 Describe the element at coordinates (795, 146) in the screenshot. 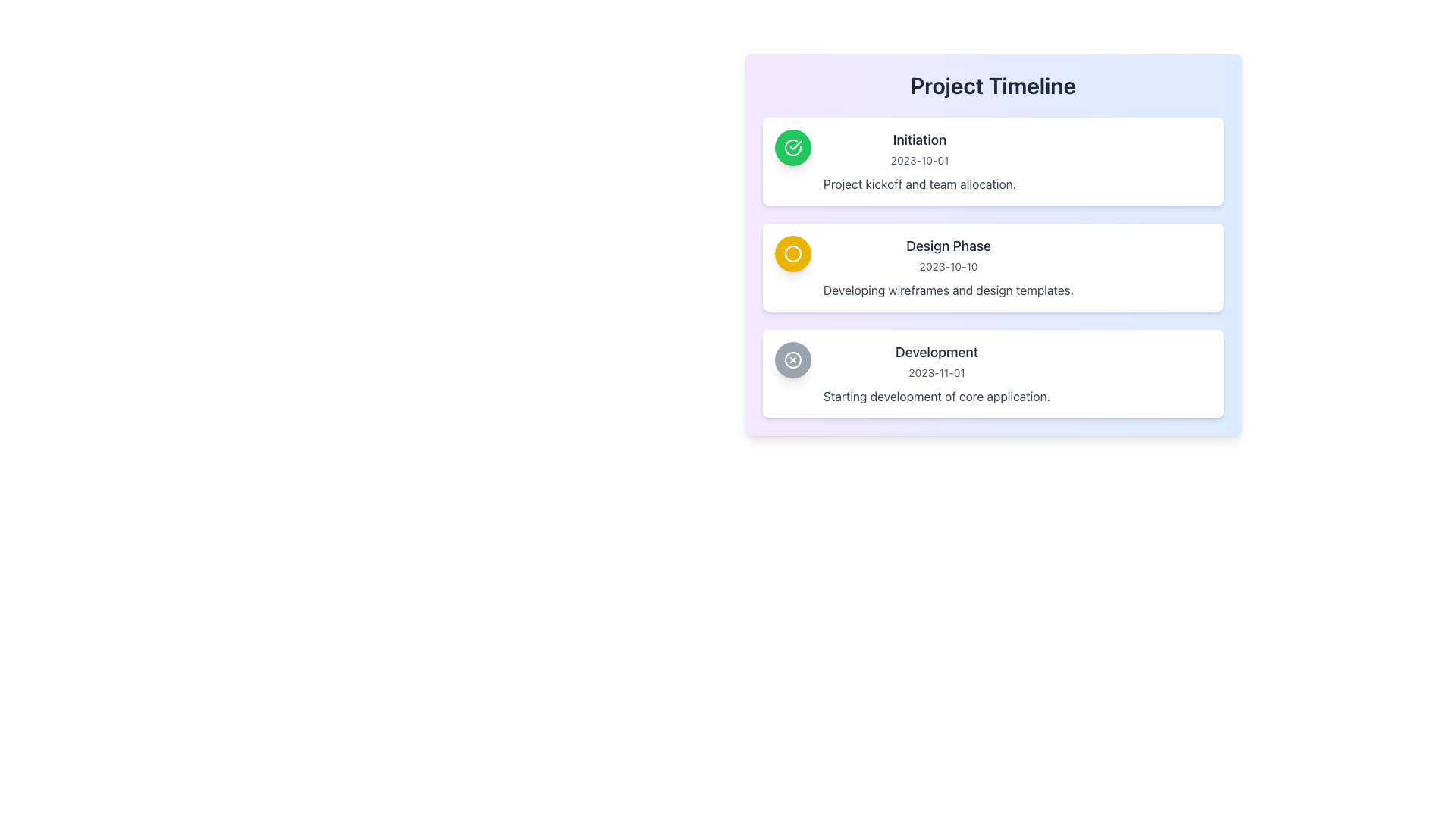

I see `the green and white checkmark-shaped icon within a circular graphic located on the left side of the 'Initiation' section in the outlined timeline` at that location.